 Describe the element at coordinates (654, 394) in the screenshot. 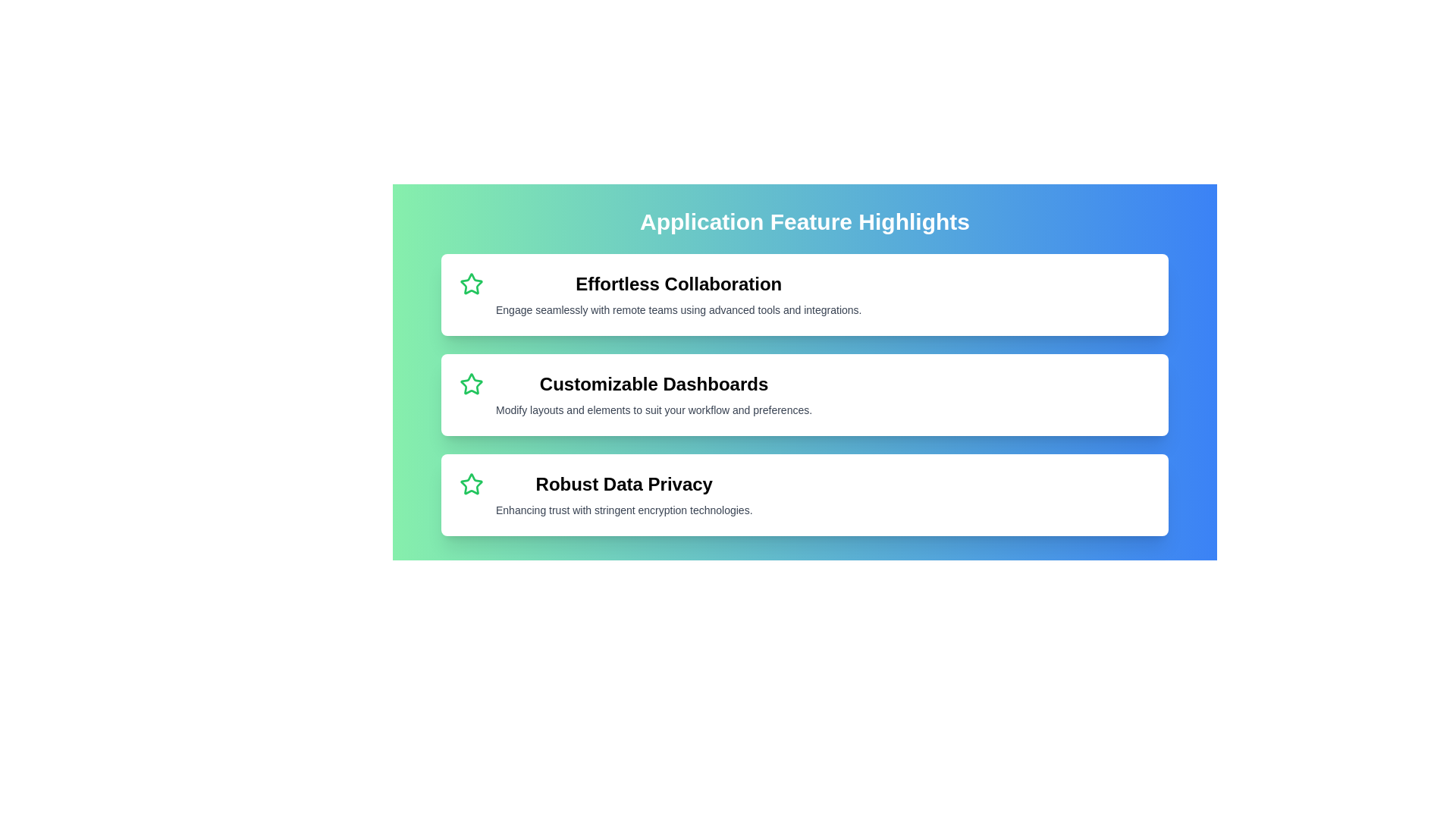

I see `the Text Block that contains the header 'Customizable Dashboards' and the description below it` at that location.